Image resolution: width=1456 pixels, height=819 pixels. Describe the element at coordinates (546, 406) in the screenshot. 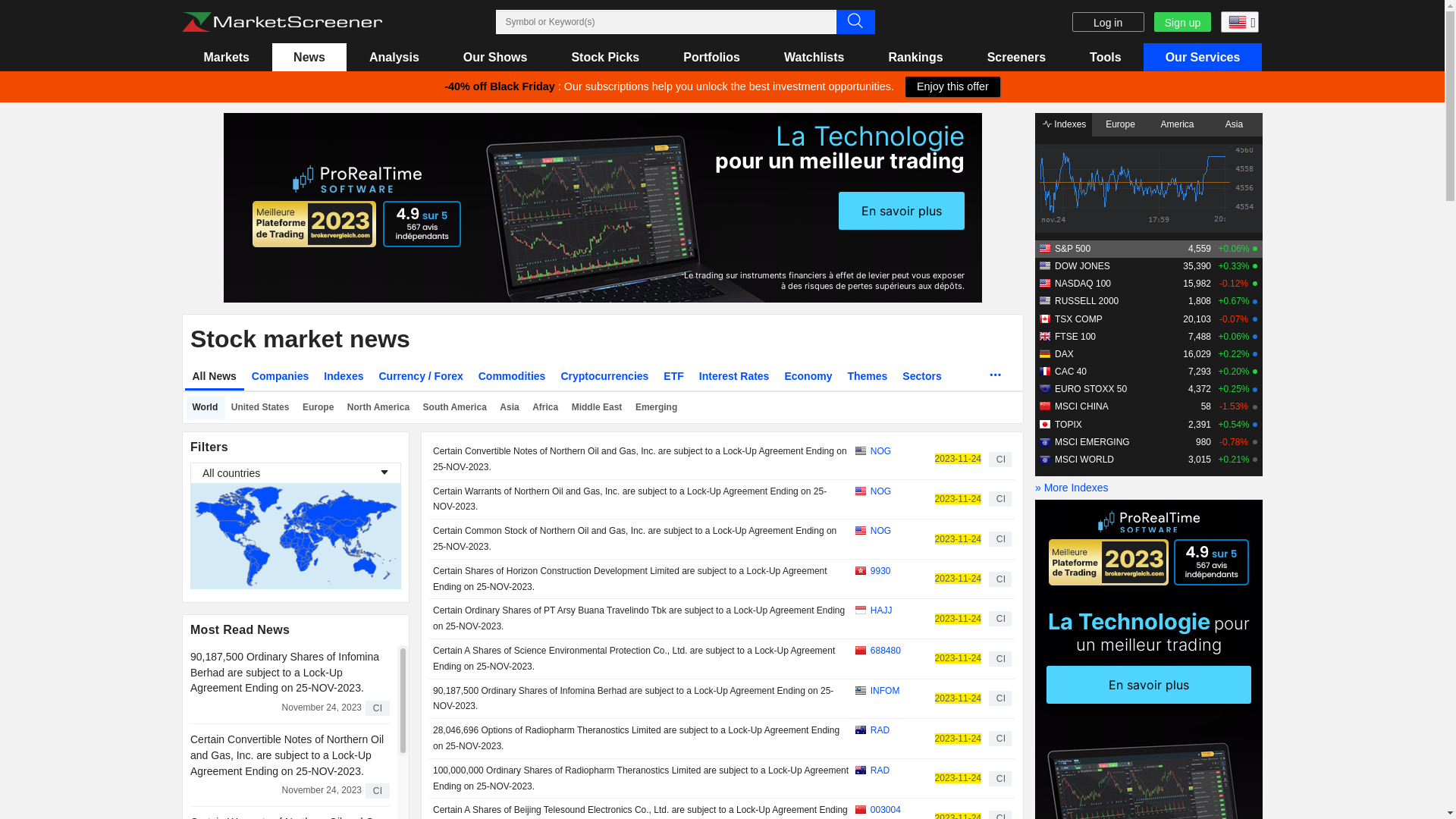

I see `'Africa'` at that location.